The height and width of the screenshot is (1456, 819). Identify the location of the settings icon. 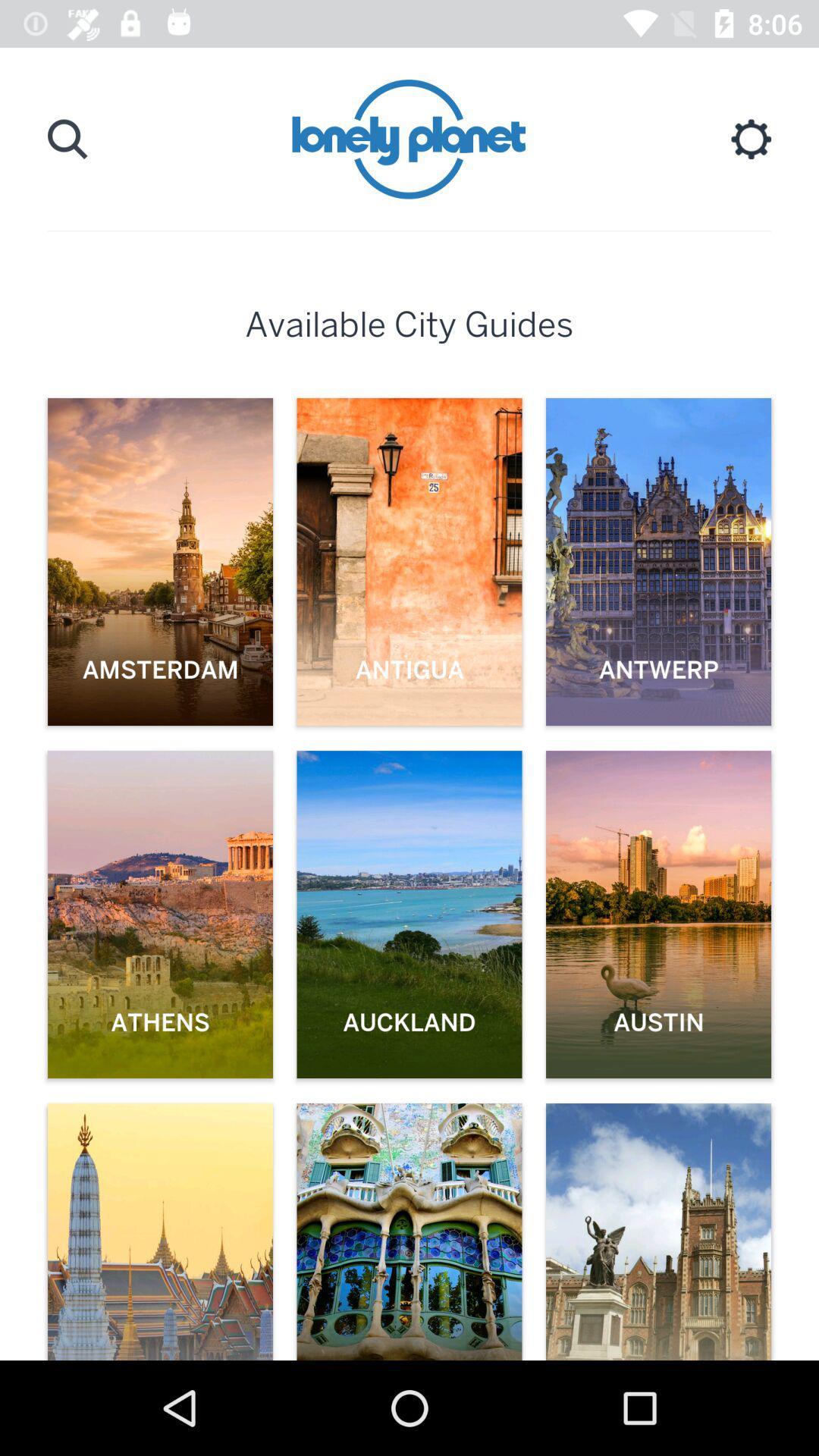
(751, 139).